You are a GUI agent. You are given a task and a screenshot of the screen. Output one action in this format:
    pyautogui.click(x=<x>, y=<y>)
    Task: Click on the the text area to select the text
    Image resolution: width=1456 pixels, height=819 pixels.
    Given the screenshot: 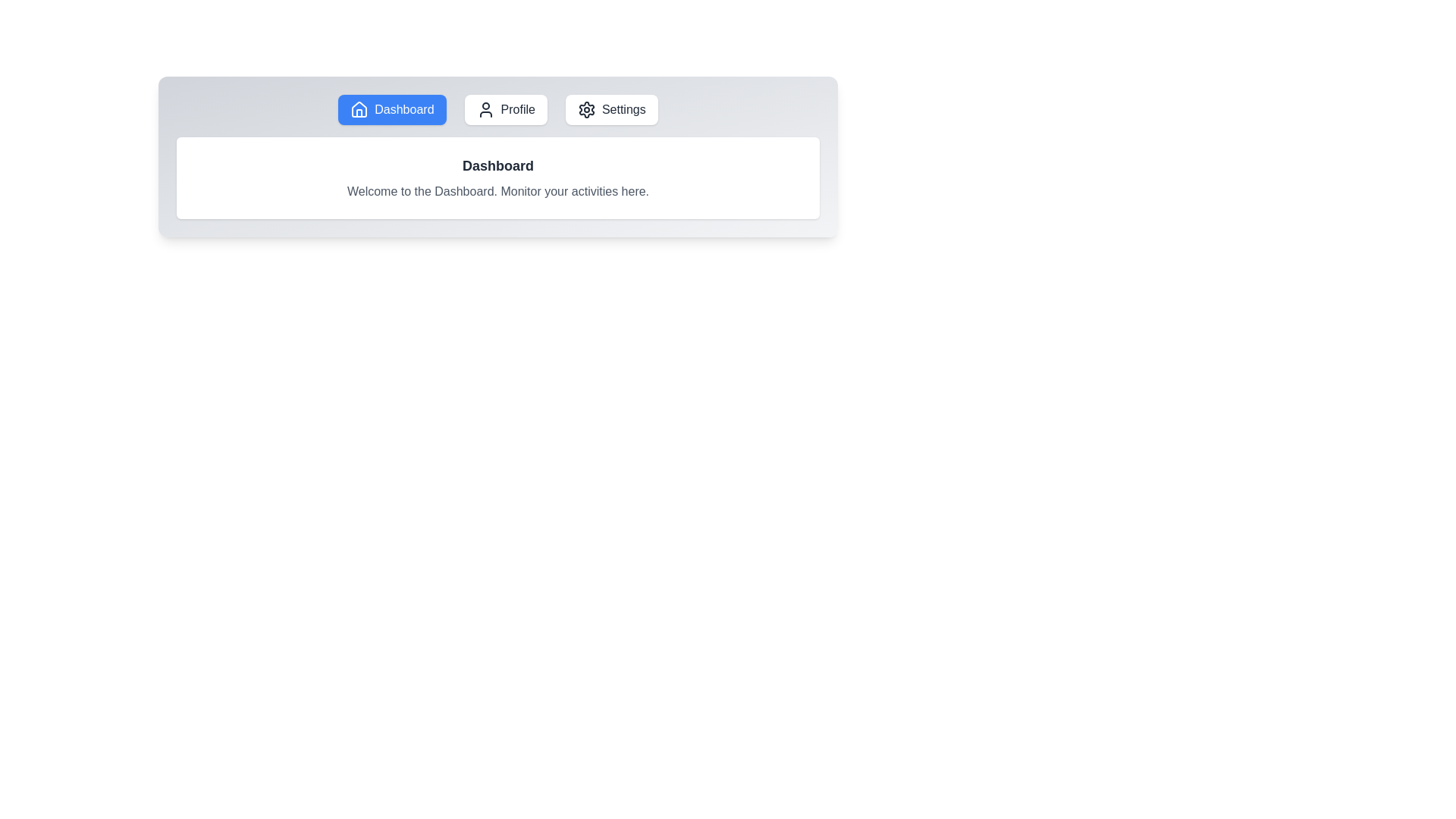 What is the action you would take?
    pyautogui.click(x=498, y=177)
    